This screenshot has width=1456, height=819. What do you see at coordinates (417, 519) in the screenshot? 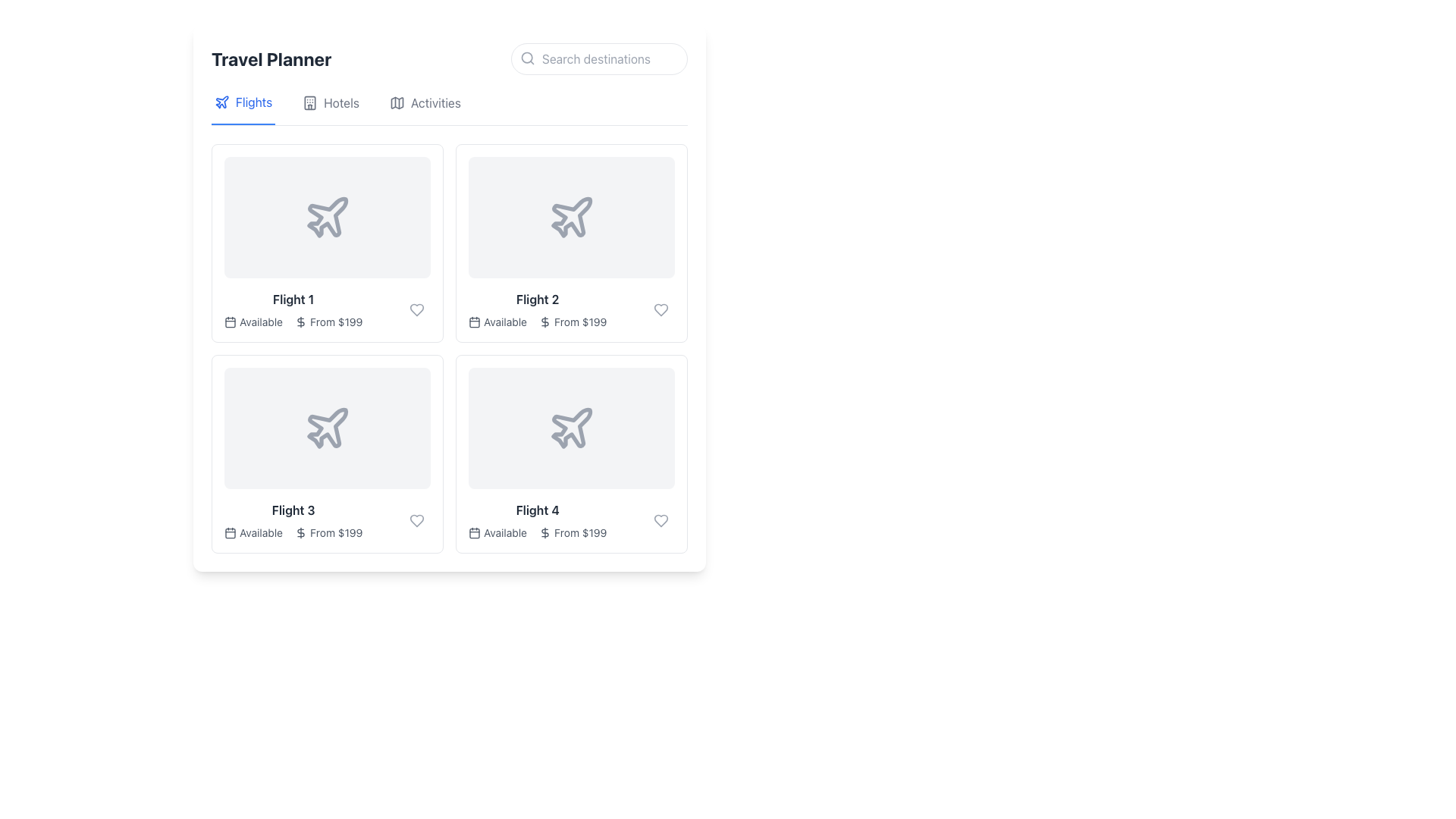
I see `the circular button with a heart-shaped icon located in the bottom right corner of the 'Flight 3' box` at bounding box center [417, 519].